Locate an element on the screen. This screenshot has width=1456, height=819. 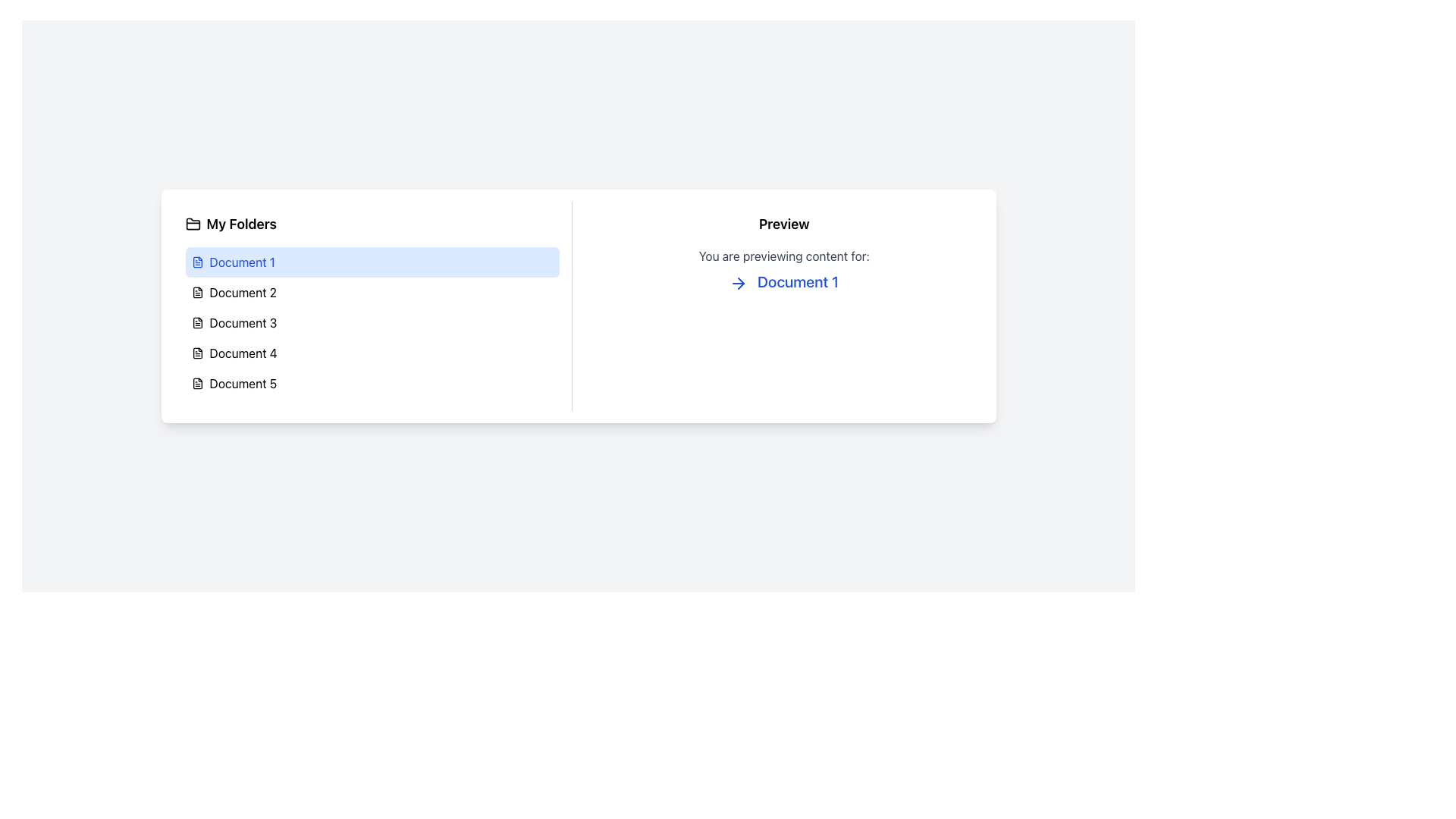
the 'My Folders' icon, which is located to the left of the text label 'My Folders' in the upper-left region of the interface is located at coordinates (192, 224).